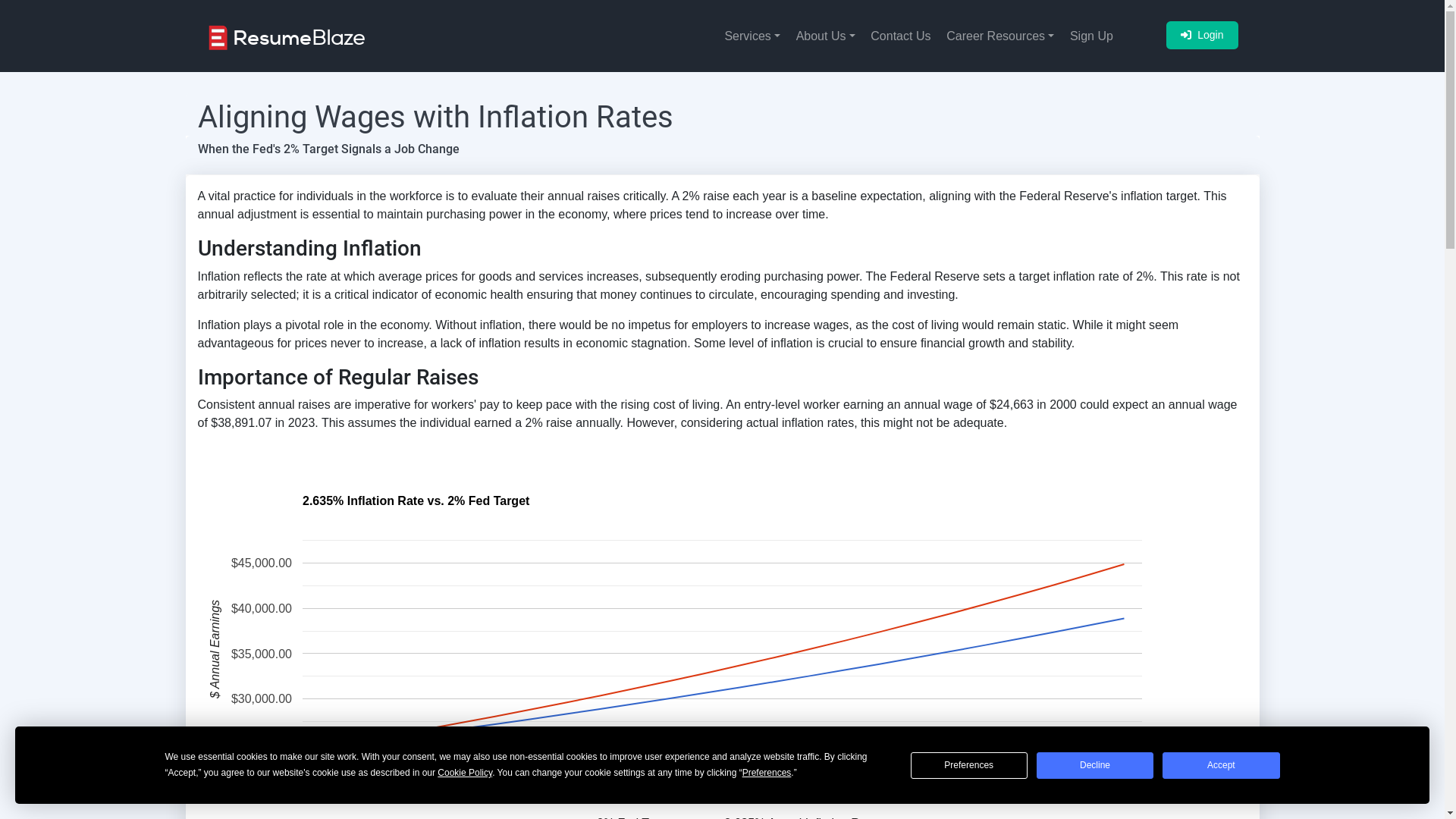  I want to click on 'Login', so click(1165, 34).